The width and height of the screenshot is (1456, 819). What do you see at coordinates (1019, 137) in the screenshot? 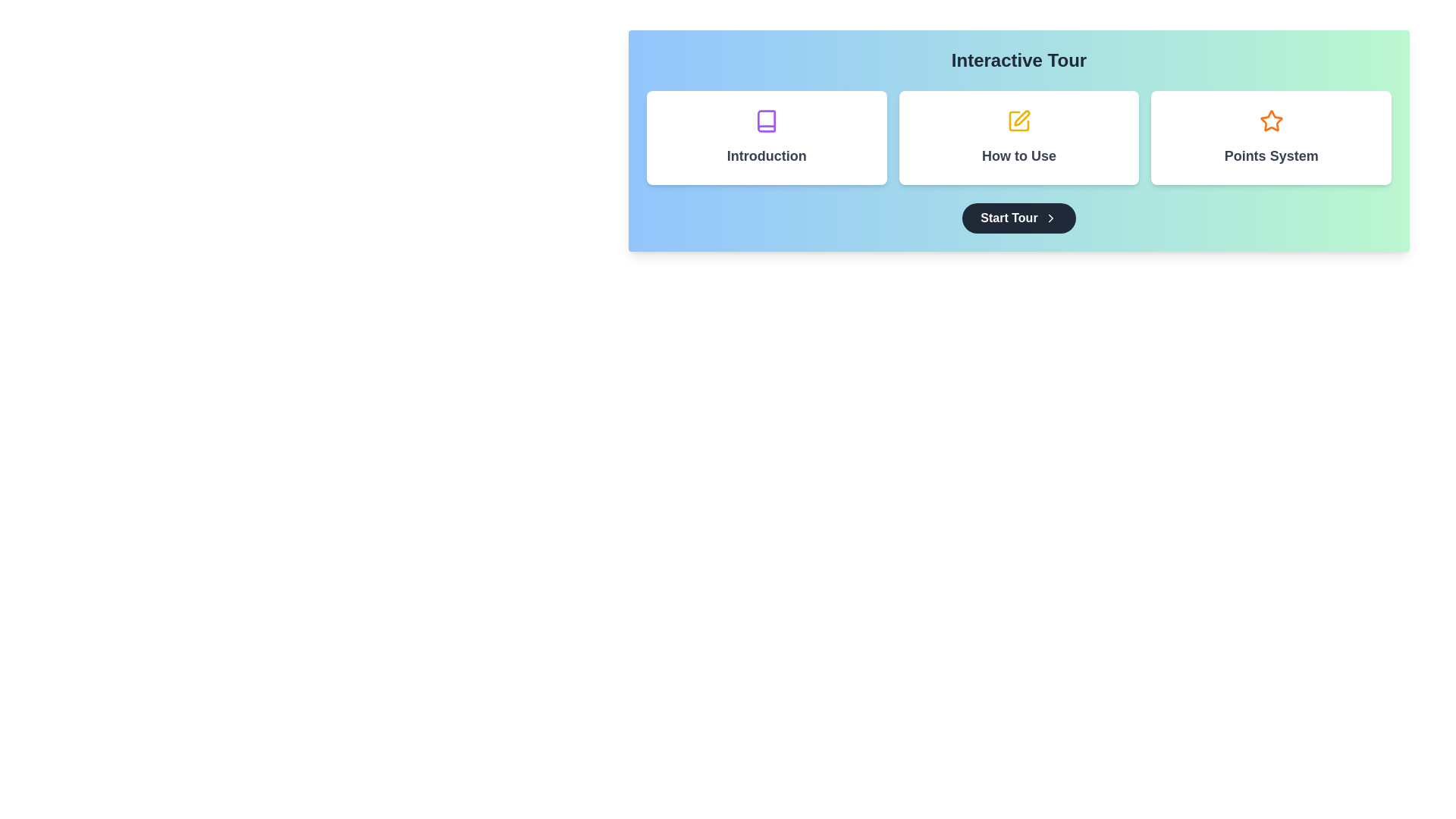
I see `the informative card with a yellow writing tool icon and 'How to Use' text in bold dark gray color` at bounding box center [1019, 137].